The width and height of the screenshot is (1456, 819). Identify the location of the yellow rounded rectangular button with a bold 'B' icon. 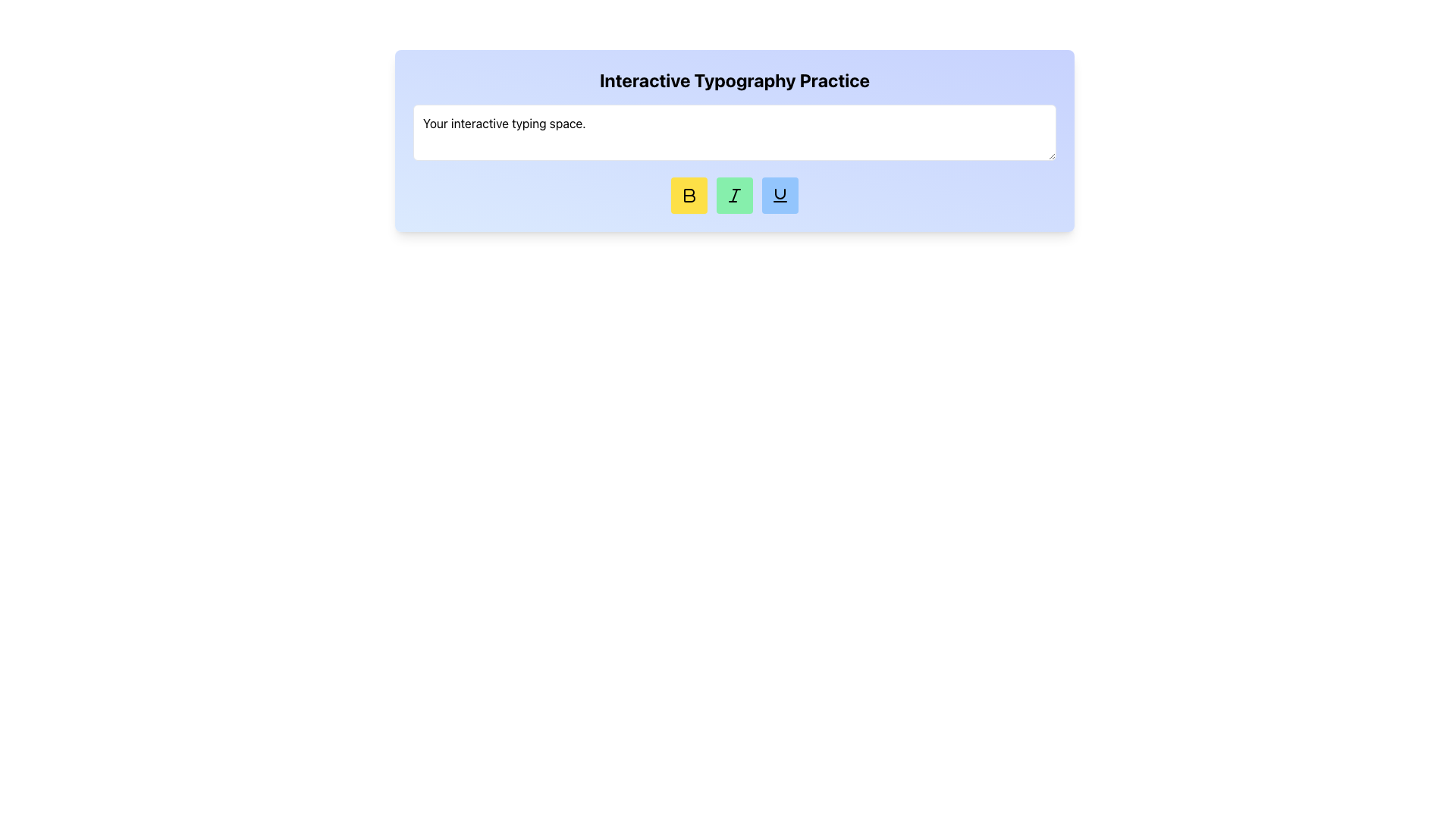
(688, 195).